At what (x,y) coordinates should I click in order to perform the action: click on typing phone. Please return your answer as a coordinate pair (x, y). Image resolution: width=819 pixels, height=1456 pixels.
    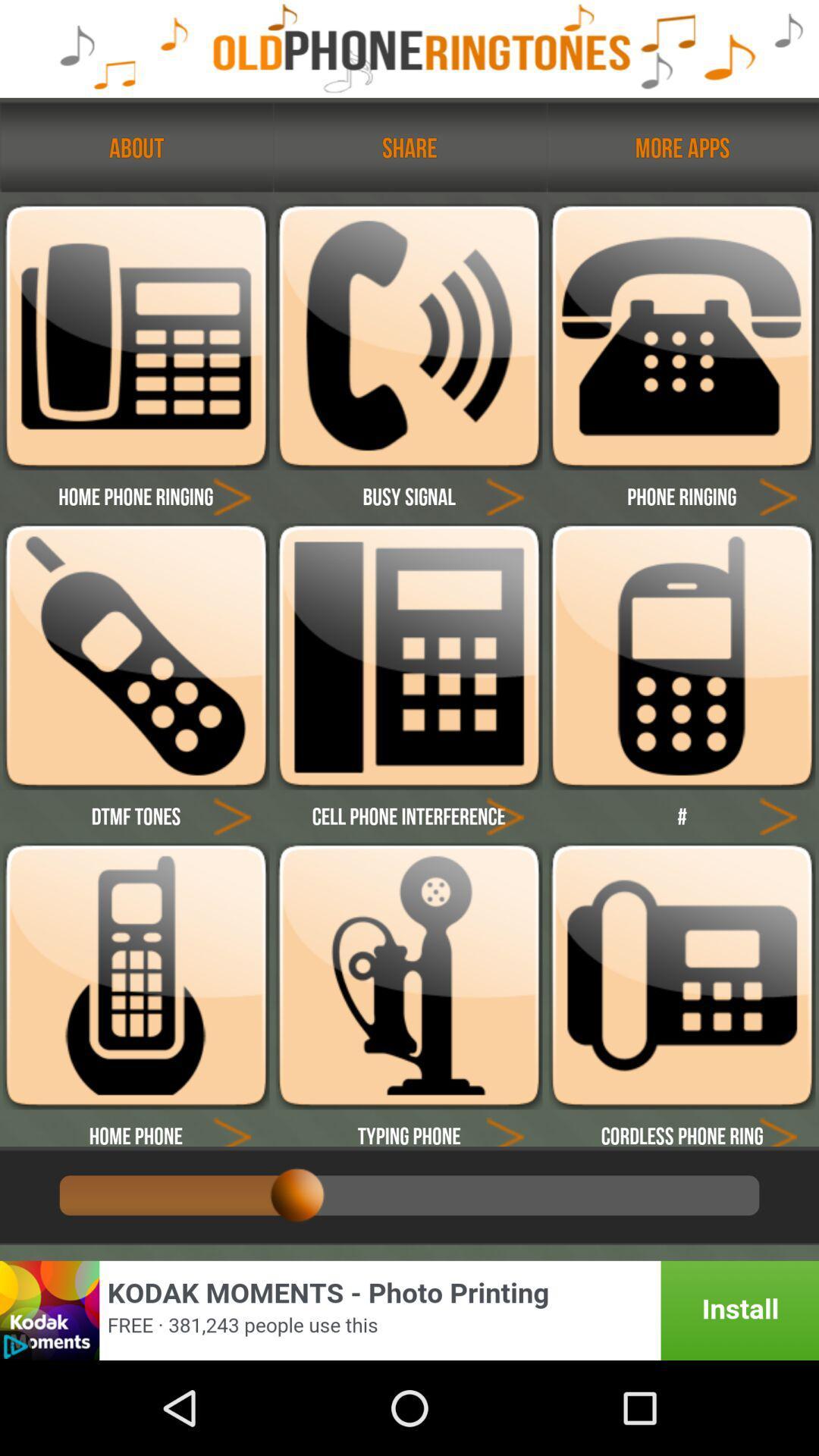
    Looking at the image, I should click on (505, 1128).